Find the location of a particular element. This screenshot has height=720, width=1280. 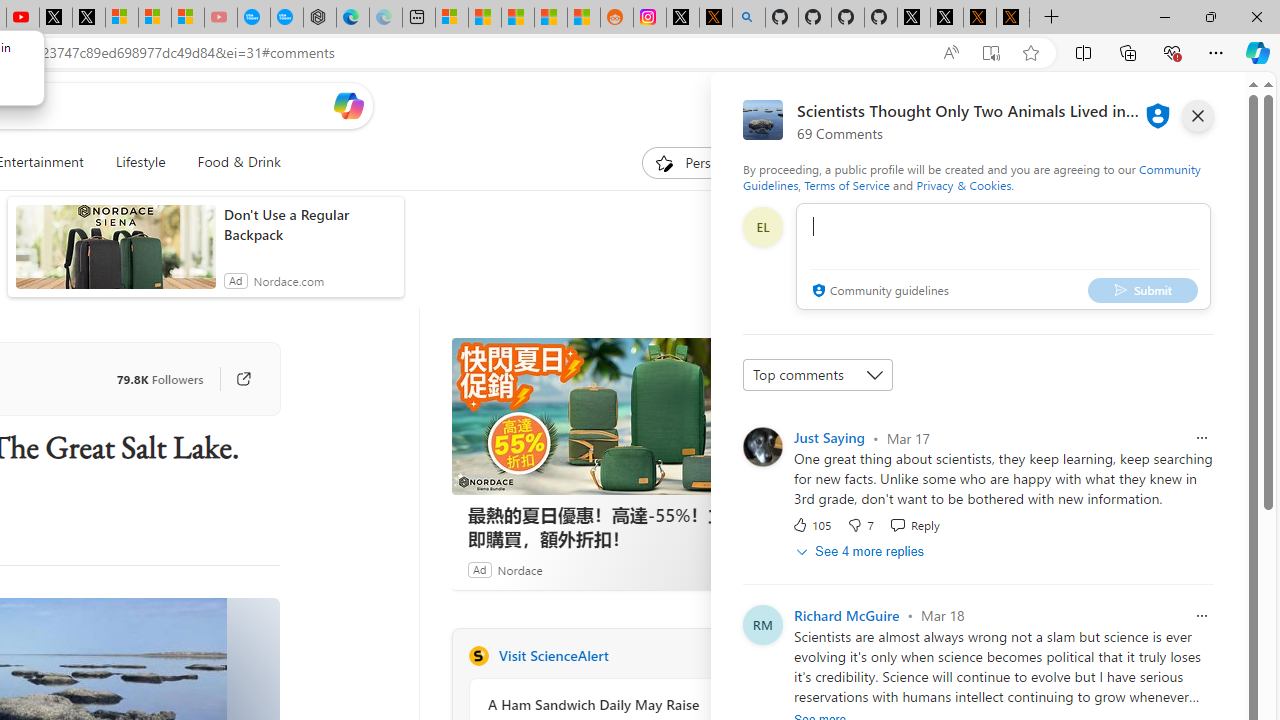

'Shanghai, China Weather trends | Microsoft Weather' is located at coordinates (583, 17).